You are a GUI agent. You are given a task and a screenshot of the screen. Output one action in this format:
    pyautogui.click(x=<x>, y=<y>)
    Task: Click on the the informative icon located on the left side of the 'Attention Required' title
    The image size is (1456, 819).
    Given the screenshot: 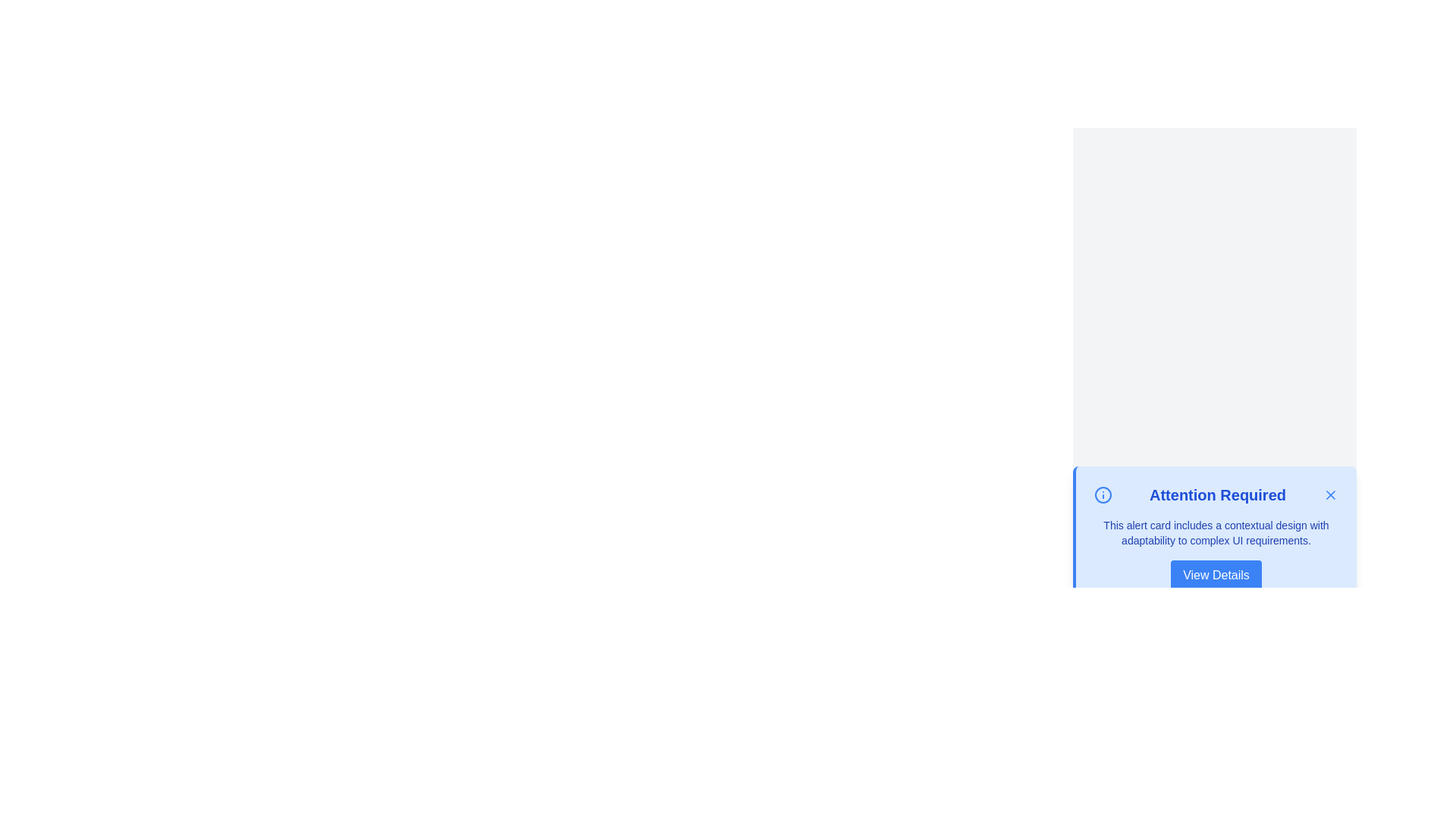 What is the action you would take?
    pyautogui.click(x=1103, y=494)
    